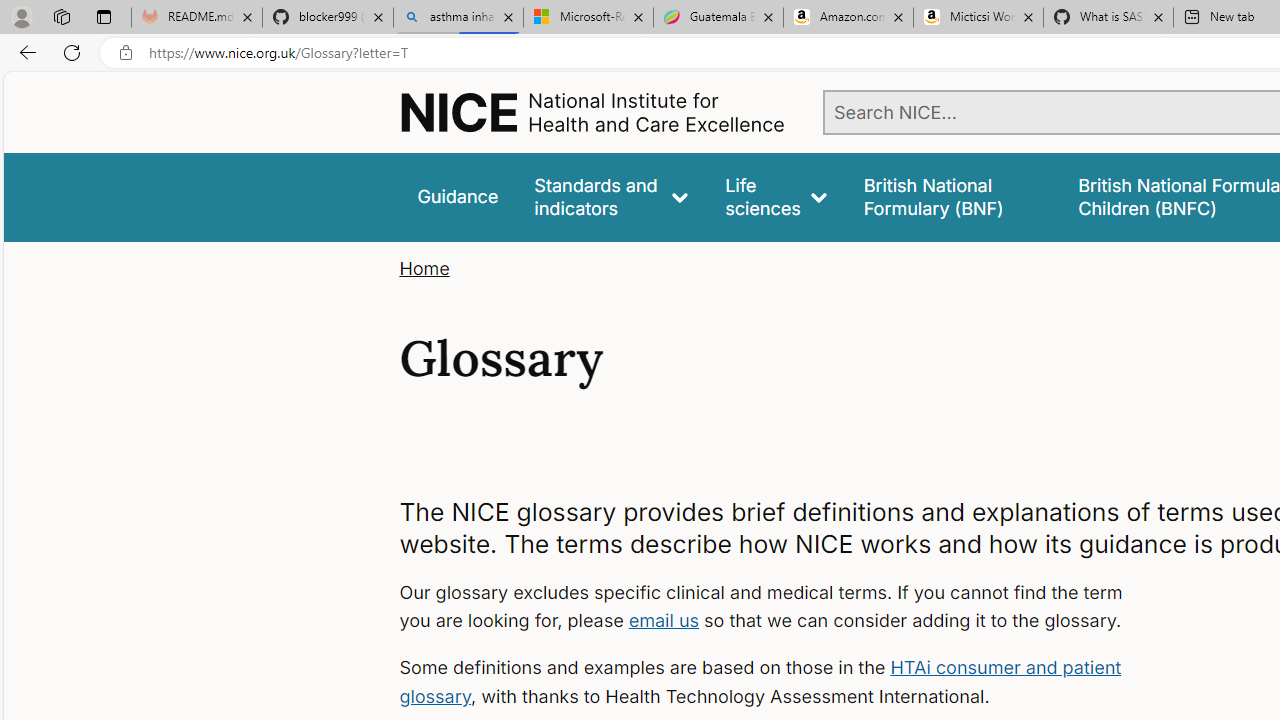 The height and width of the screenshot is (720, 1280). Describe the element at coordinates (664, 620) in the screenshot. I see `'email us'` at that location.